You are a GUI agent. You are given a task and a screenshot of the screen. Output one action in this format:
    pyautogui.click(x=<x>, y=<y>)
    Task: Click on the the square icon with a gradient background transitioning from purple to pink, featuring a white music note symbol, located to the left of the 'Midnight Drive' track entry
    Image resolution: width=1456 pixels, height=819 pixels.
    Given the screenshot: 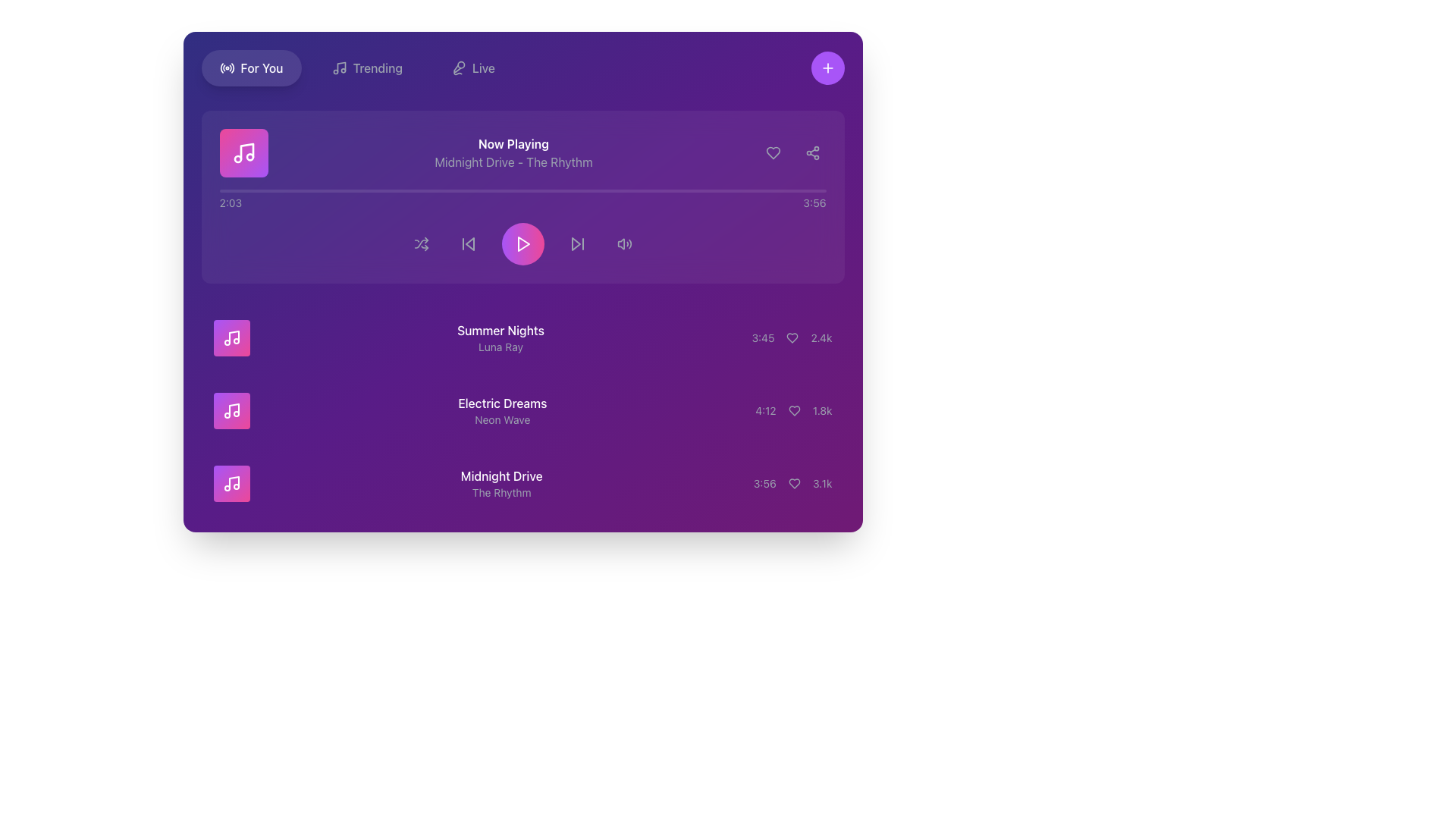 What is the action you would take?
    pyautogui.click(x=231, y=483)
    